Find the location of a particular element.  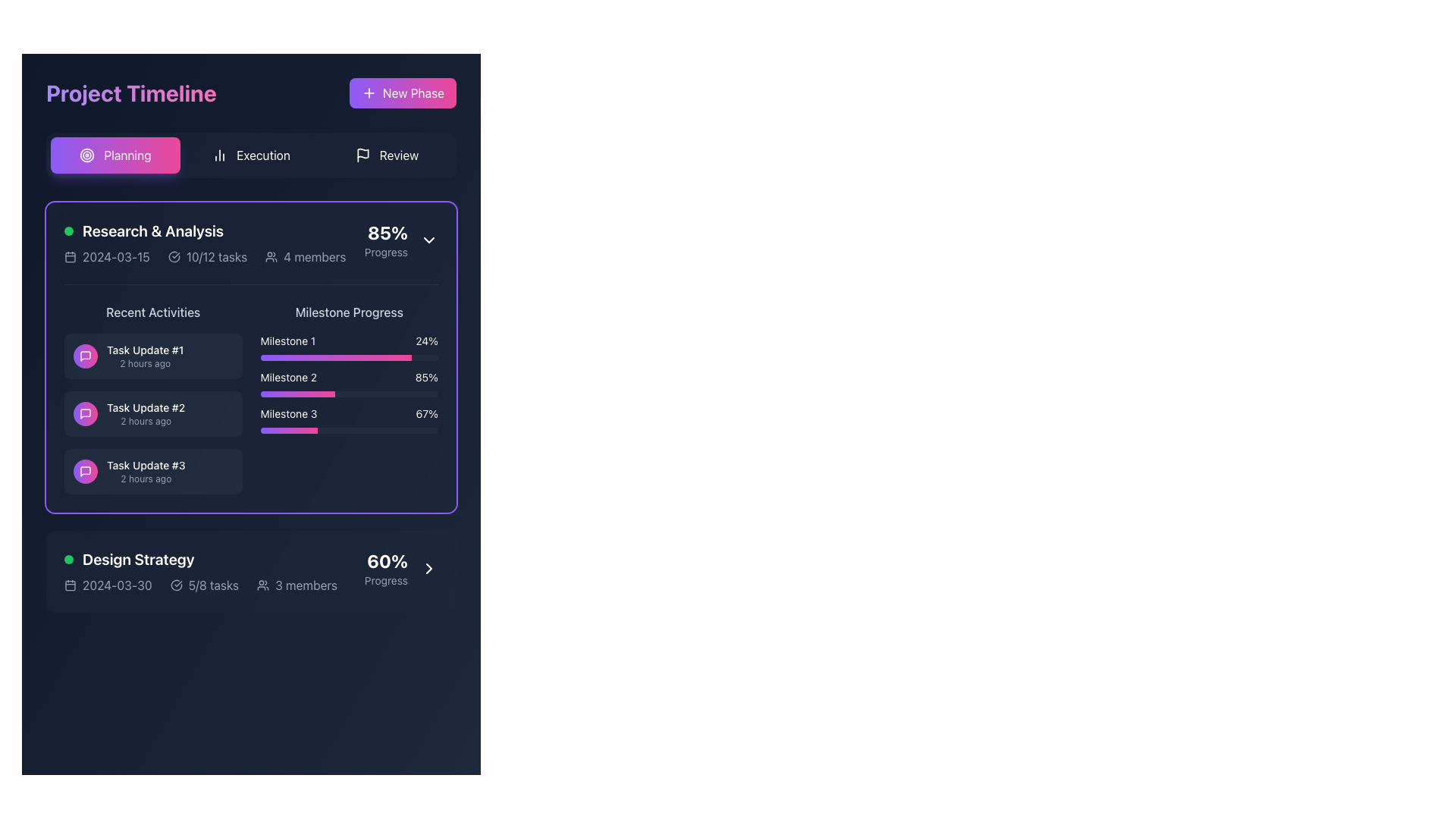

the rightward-chevron icon located in the 'Design Strategy' section is located at coordinates (428, 568).